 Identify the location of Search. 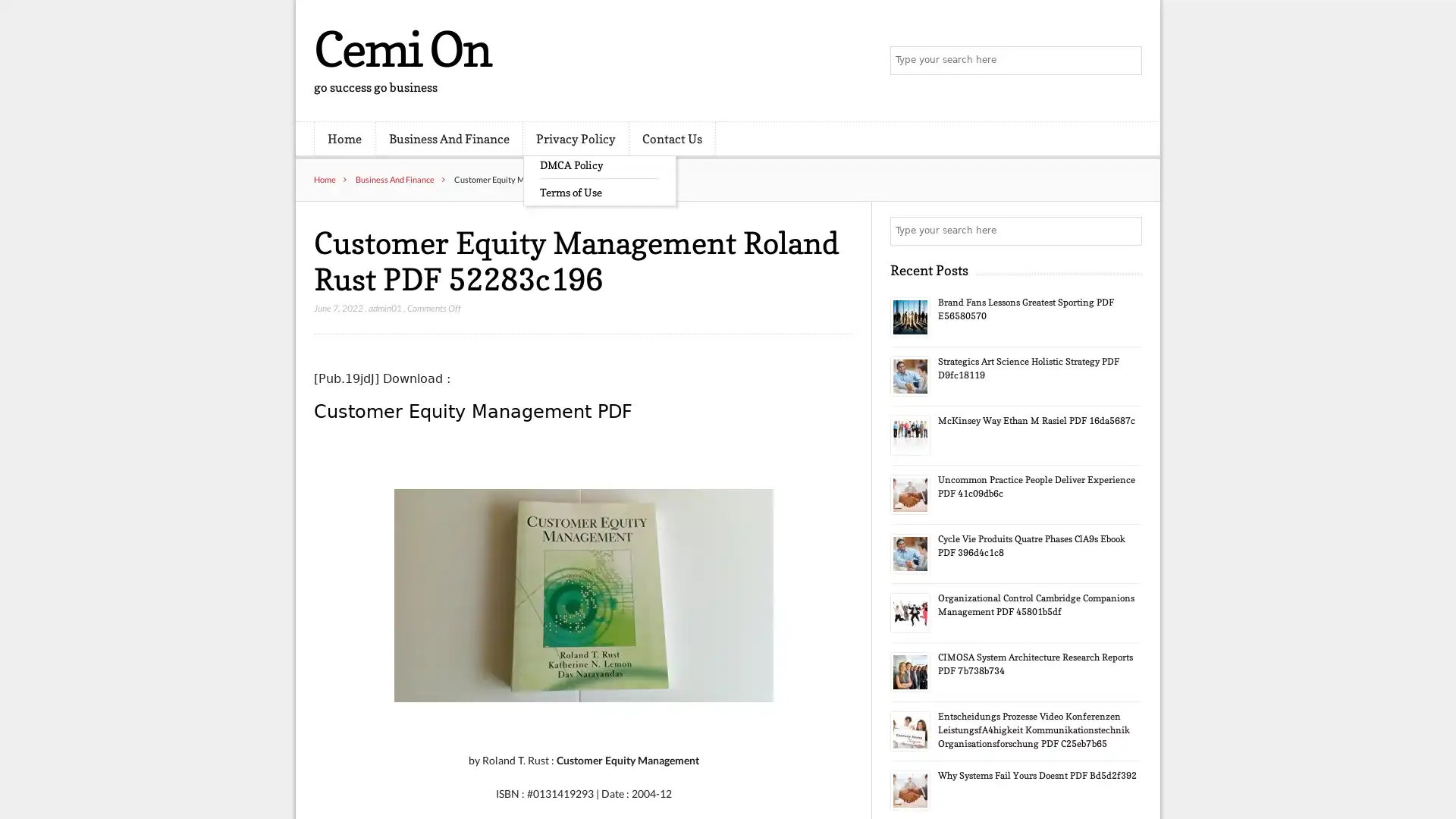
(1126, 231).